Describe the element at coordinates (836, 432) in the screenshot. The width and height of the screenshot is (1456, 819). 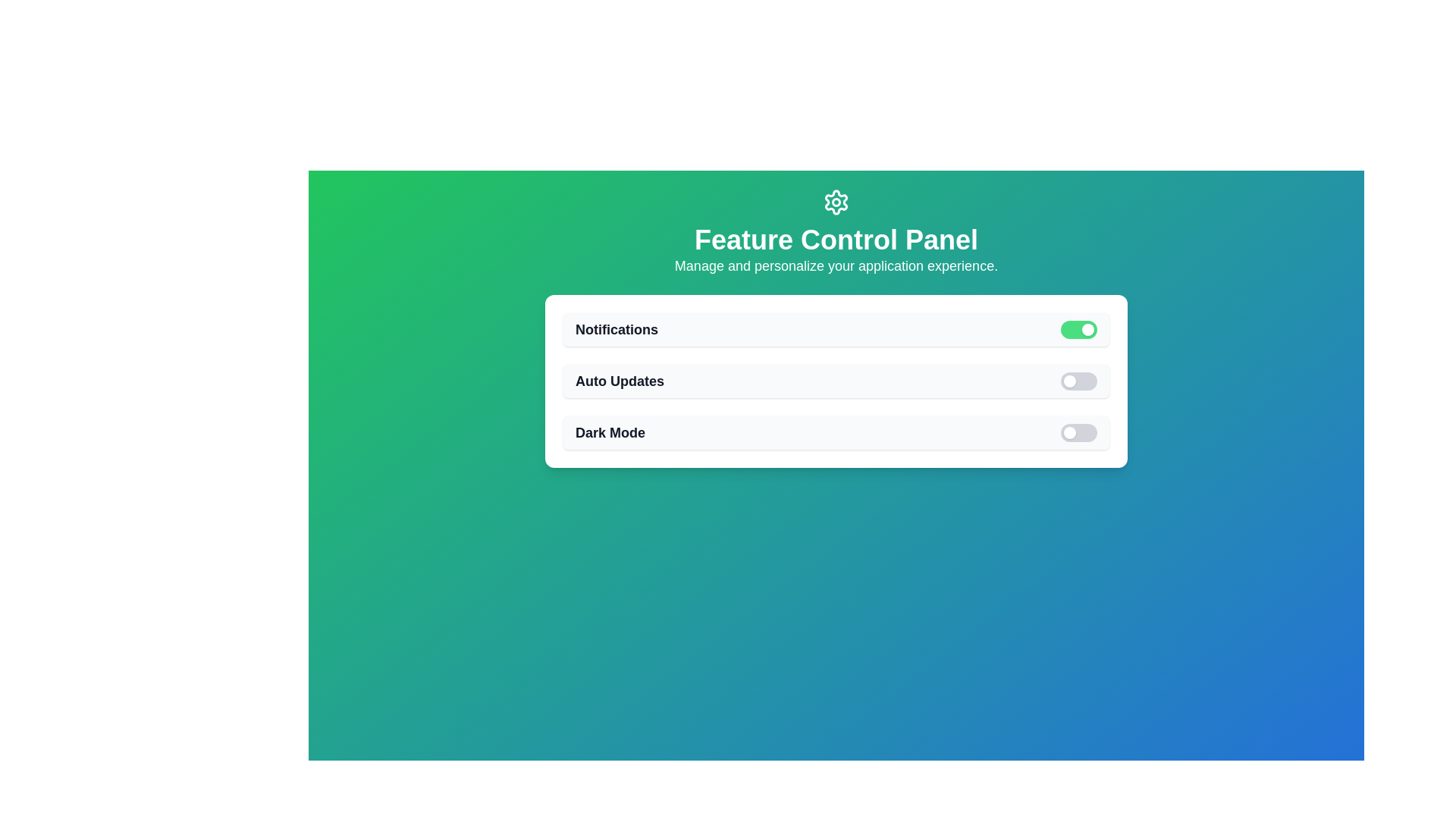
I see `the switch of the 'Dark Mode' toggle control located at the bottom of the group of similar components` at that location.